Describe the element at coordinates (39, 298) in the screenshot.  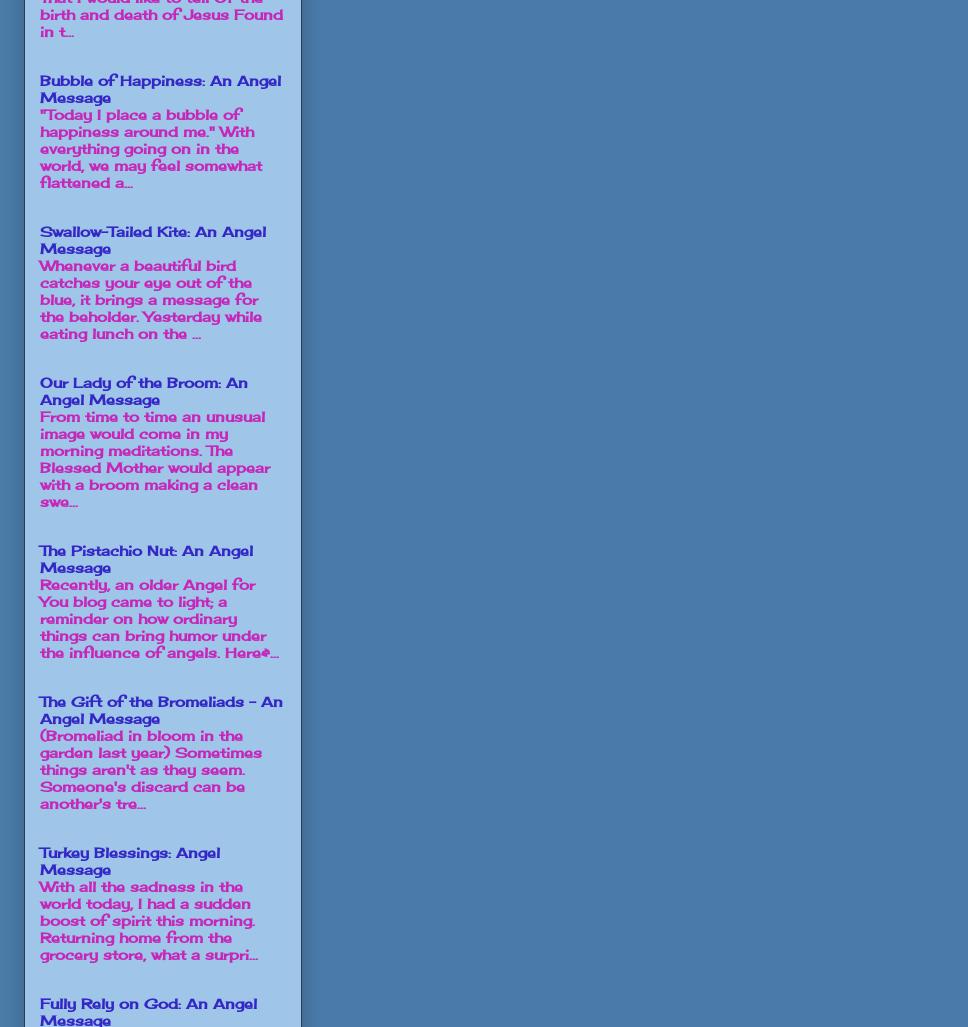
I see `'Whenever a beautiful bird catches your eye out of the blue, it brings a message for the beholder. Yesterday while eating lunch on the ...'` at that location.